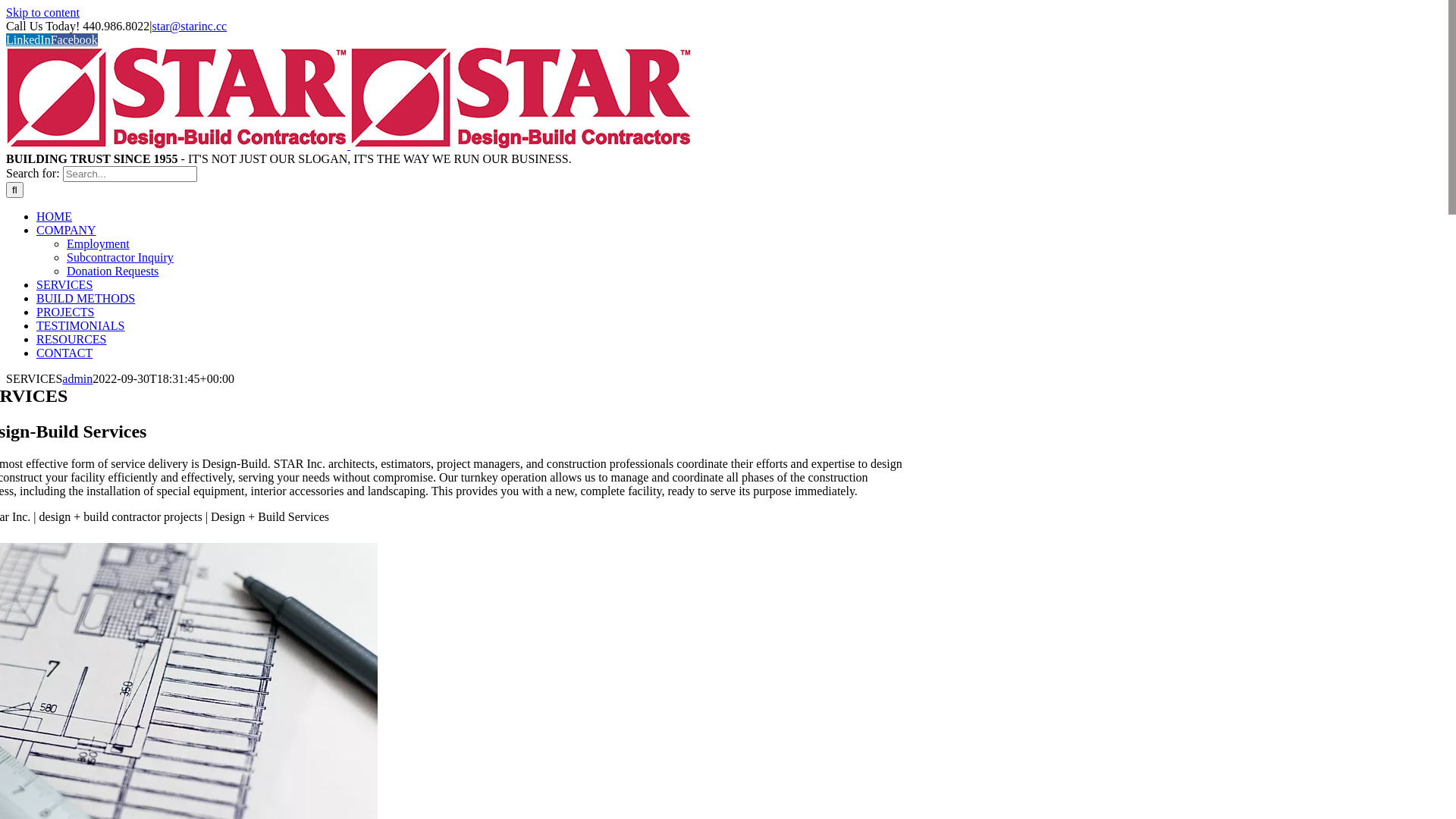  What do you see at coordinates (73, 39) in the screenshot?
I see `'Facebook'` at bounding box center [73, 39].